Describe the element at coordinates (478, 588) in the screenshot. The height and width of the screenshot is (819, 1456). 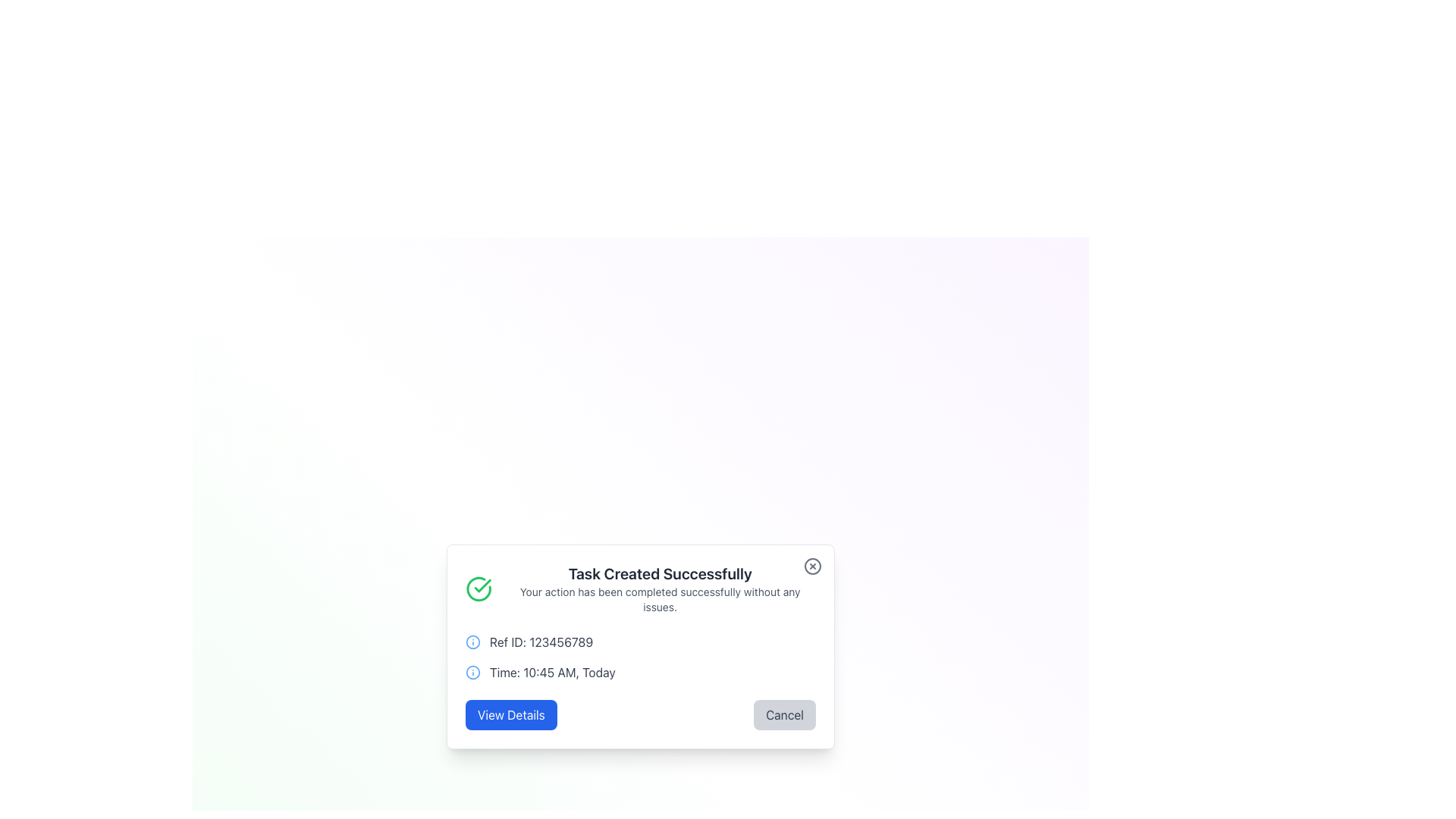
I see `the green circular icon with a checkmark indicating successful action, located in the header of the notification next to the text 'Task Created Successfully'` at that location.